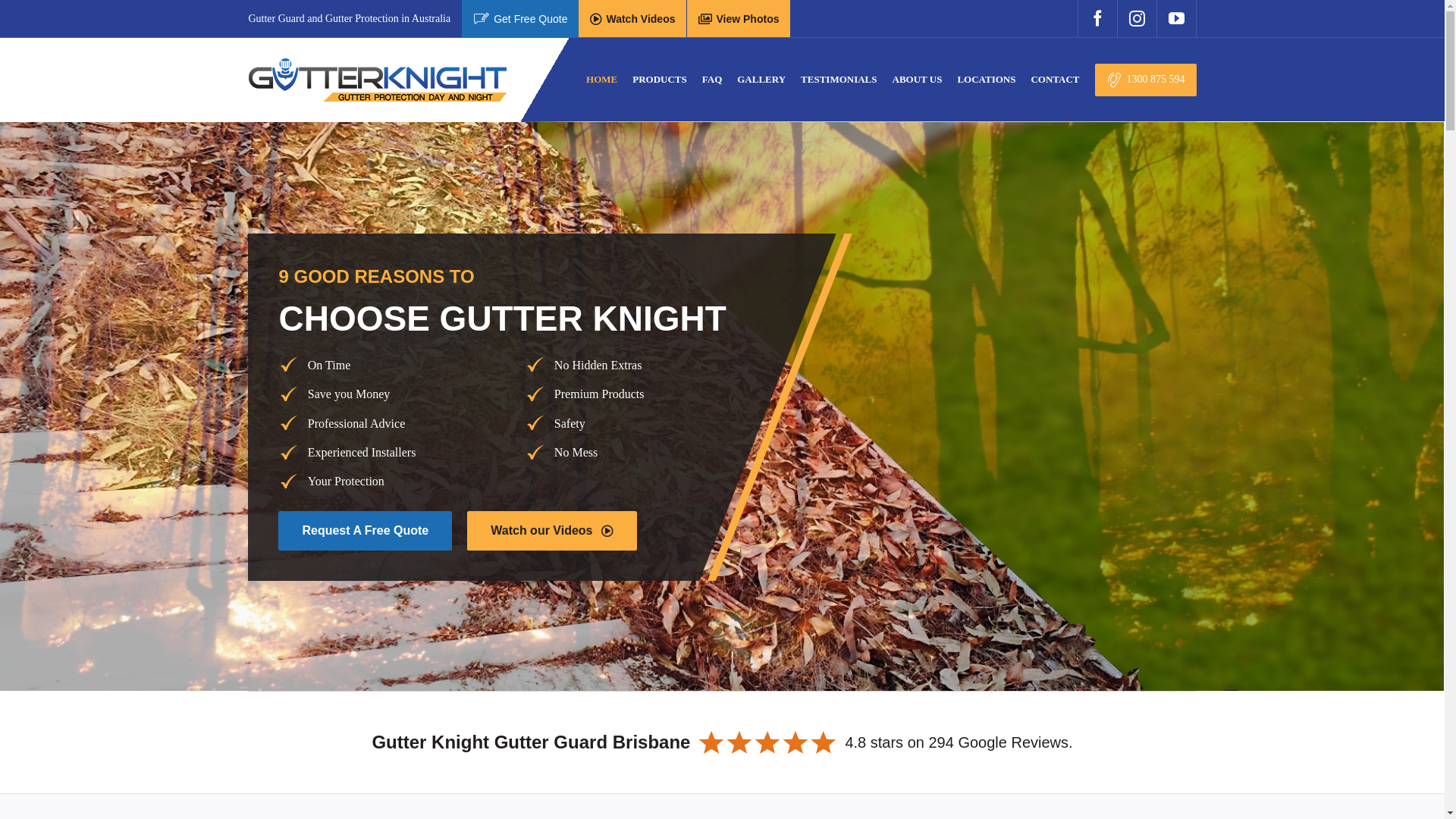  What do you see at coordinates (659, 79) in the screenshot?
I see `'PRODUCTS'` at bounding box center [659, 79].